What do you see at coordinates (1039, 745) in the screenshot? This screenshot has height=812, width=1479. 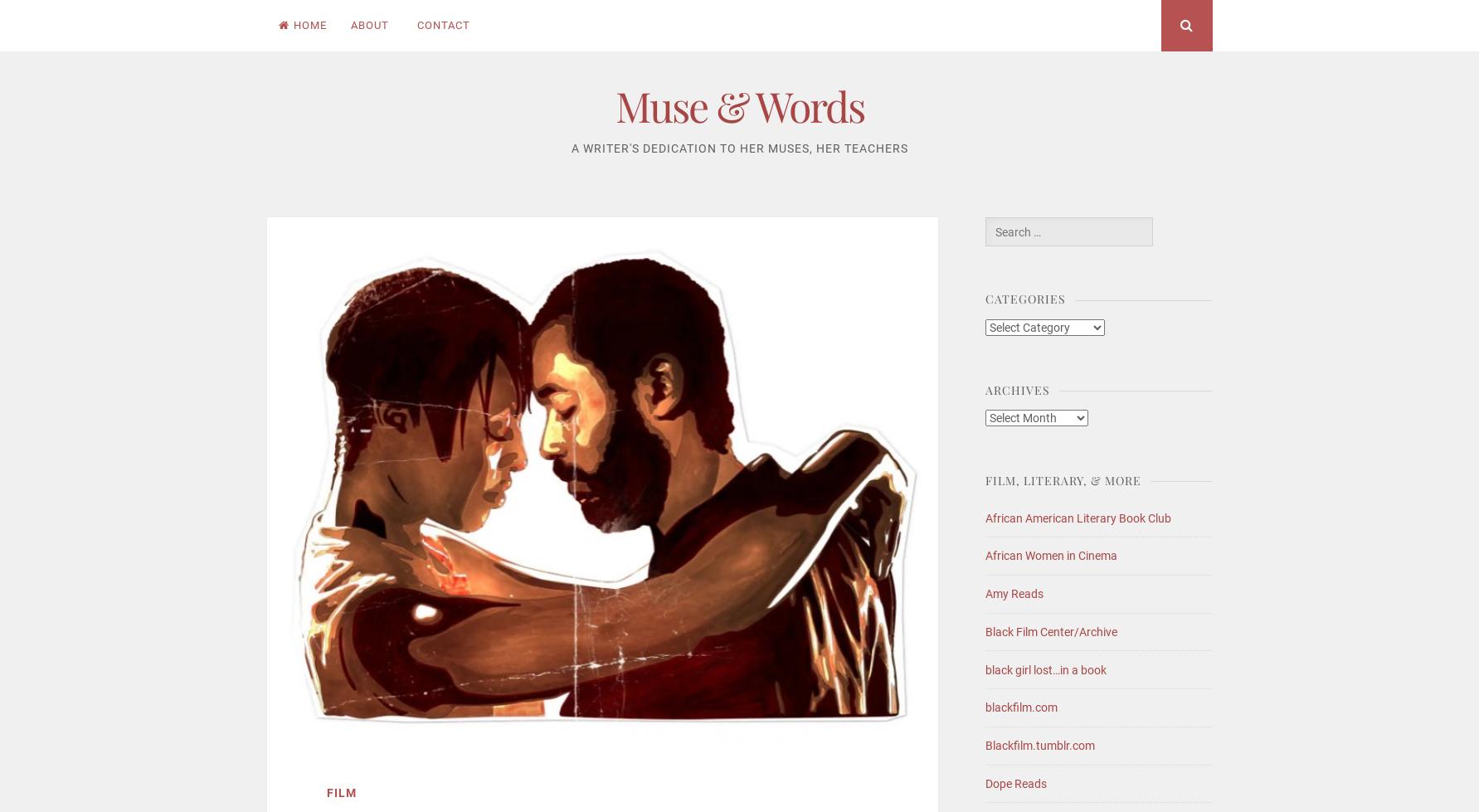 I see `'Blackfilm.tumblr.com'` at bounding box center [1039, 745].